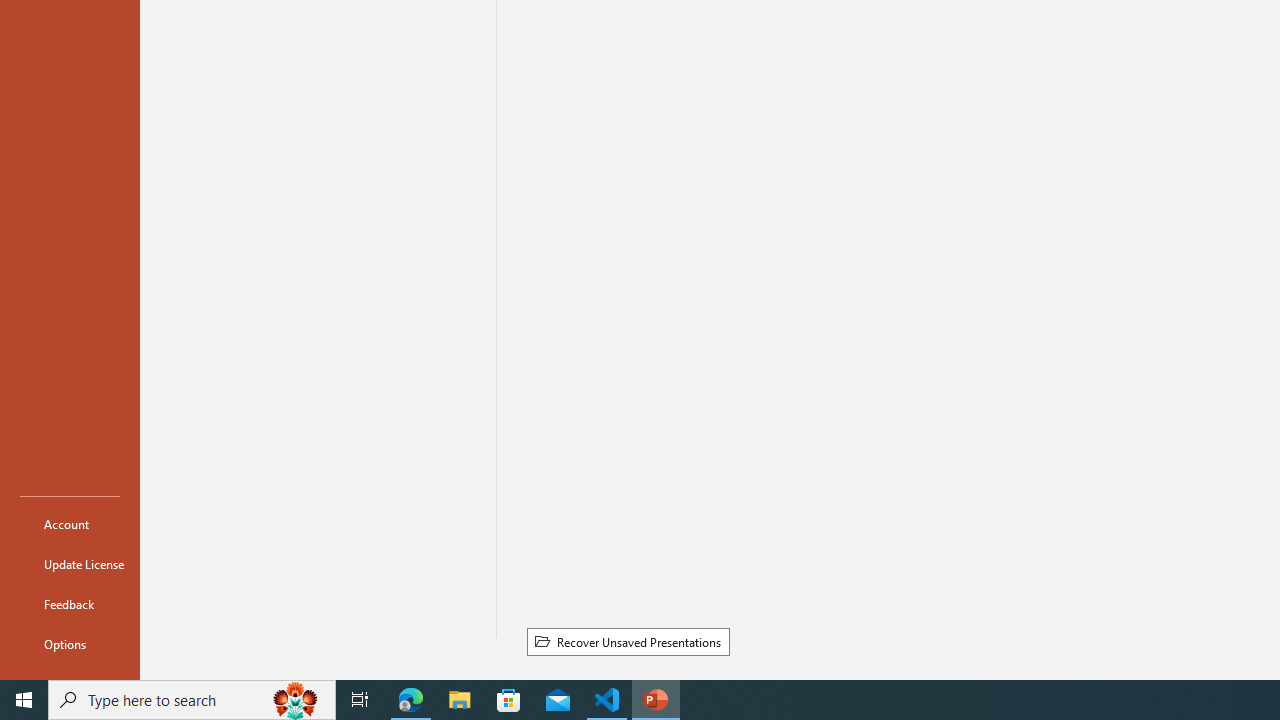  I want to click on 'Options', so click(69, 644).